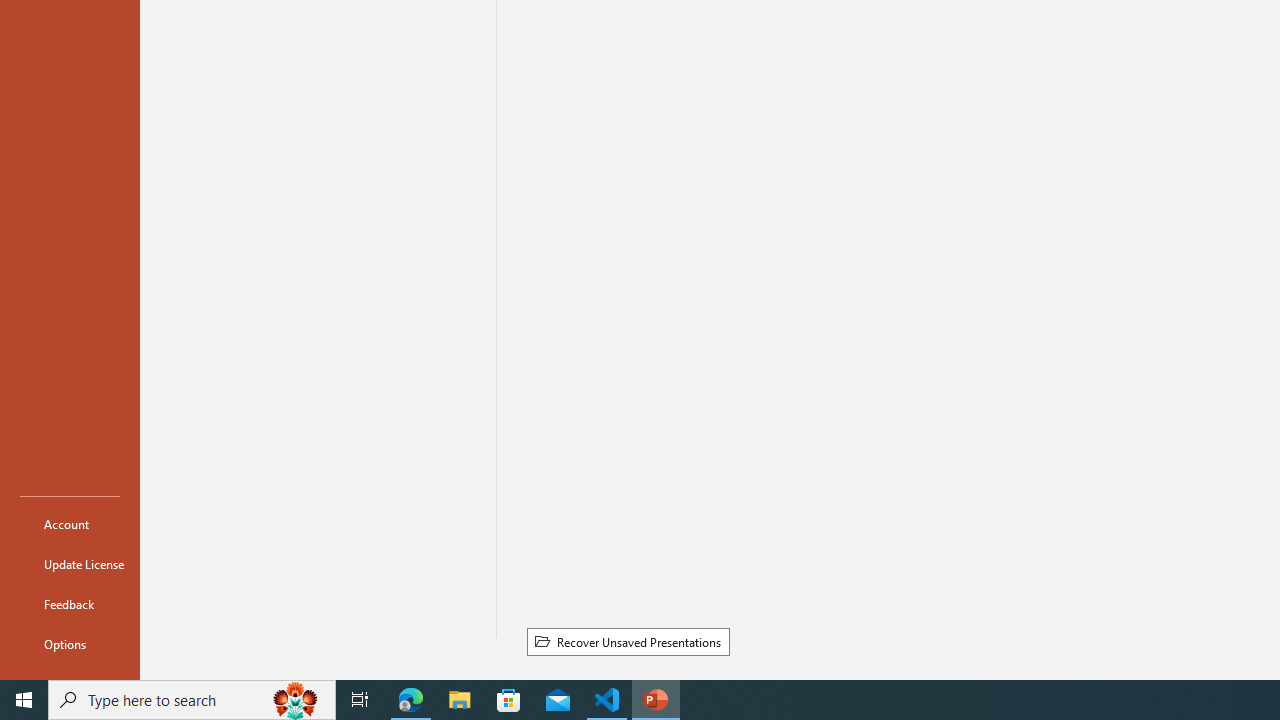  I want to click on 'Options', so click(69, 644).